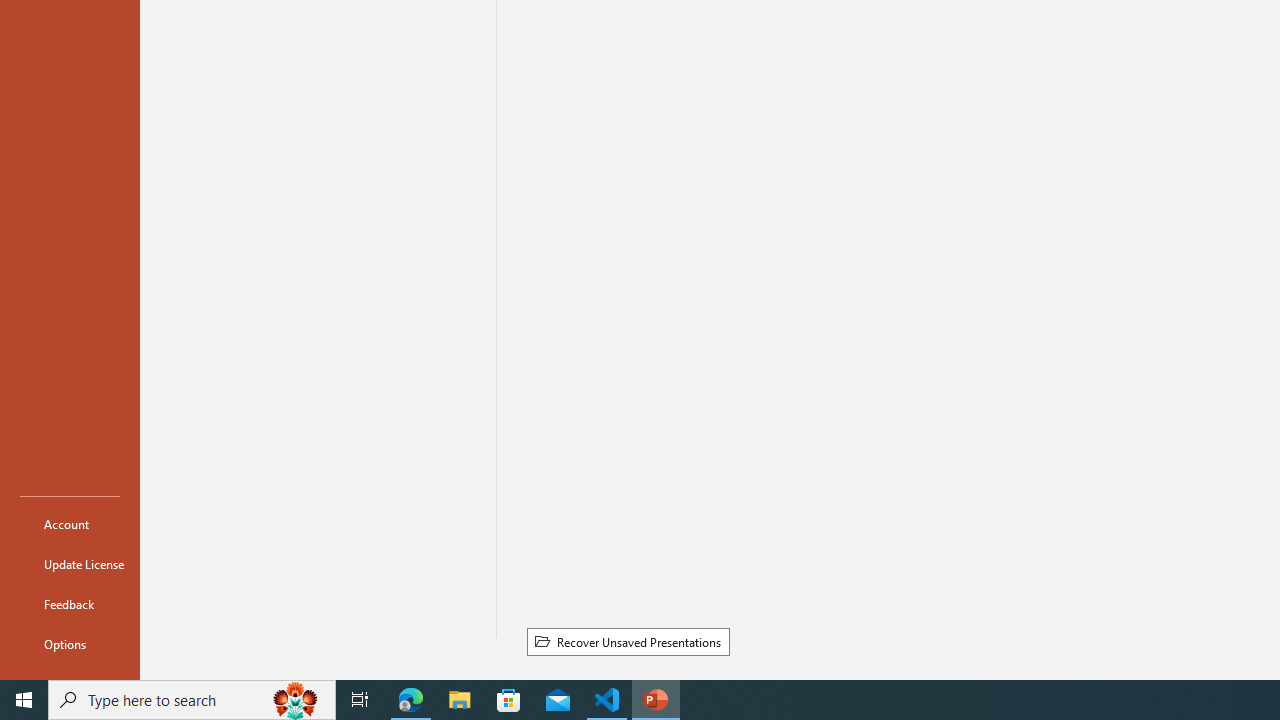  I want to click on 'Options', so click(69, 644).